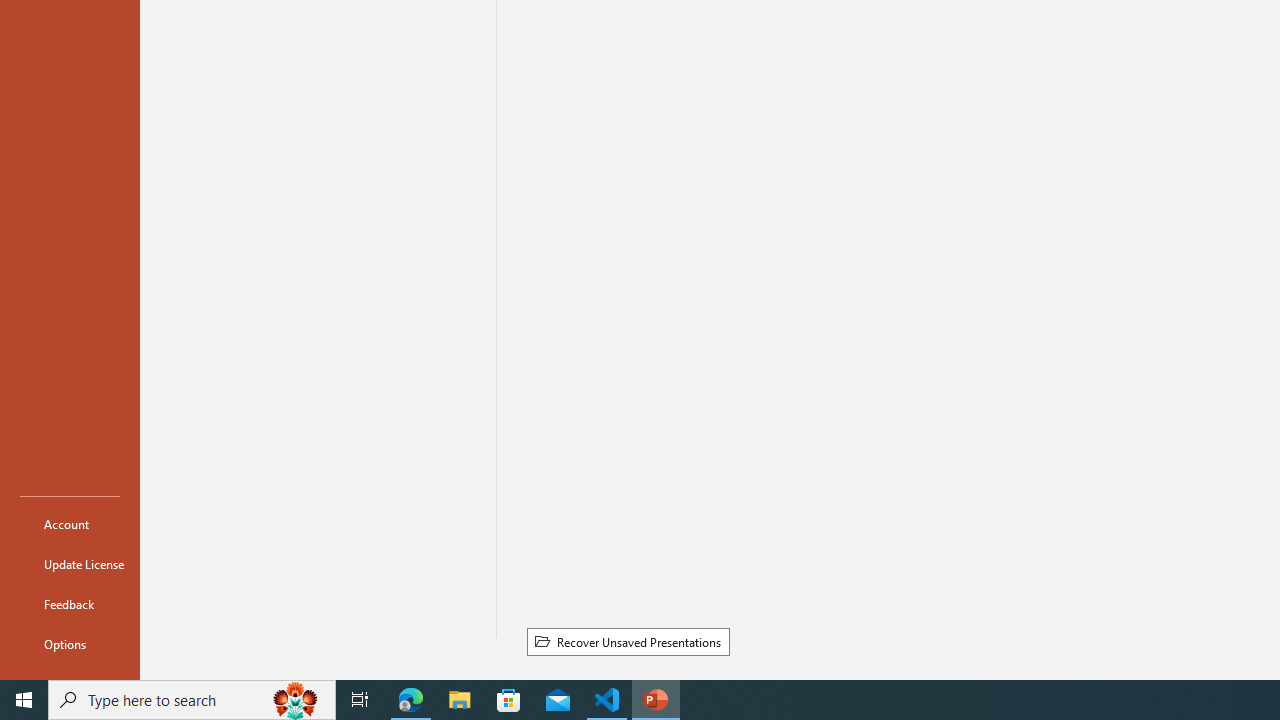  I want to click on 'Options', so click(69, 644).